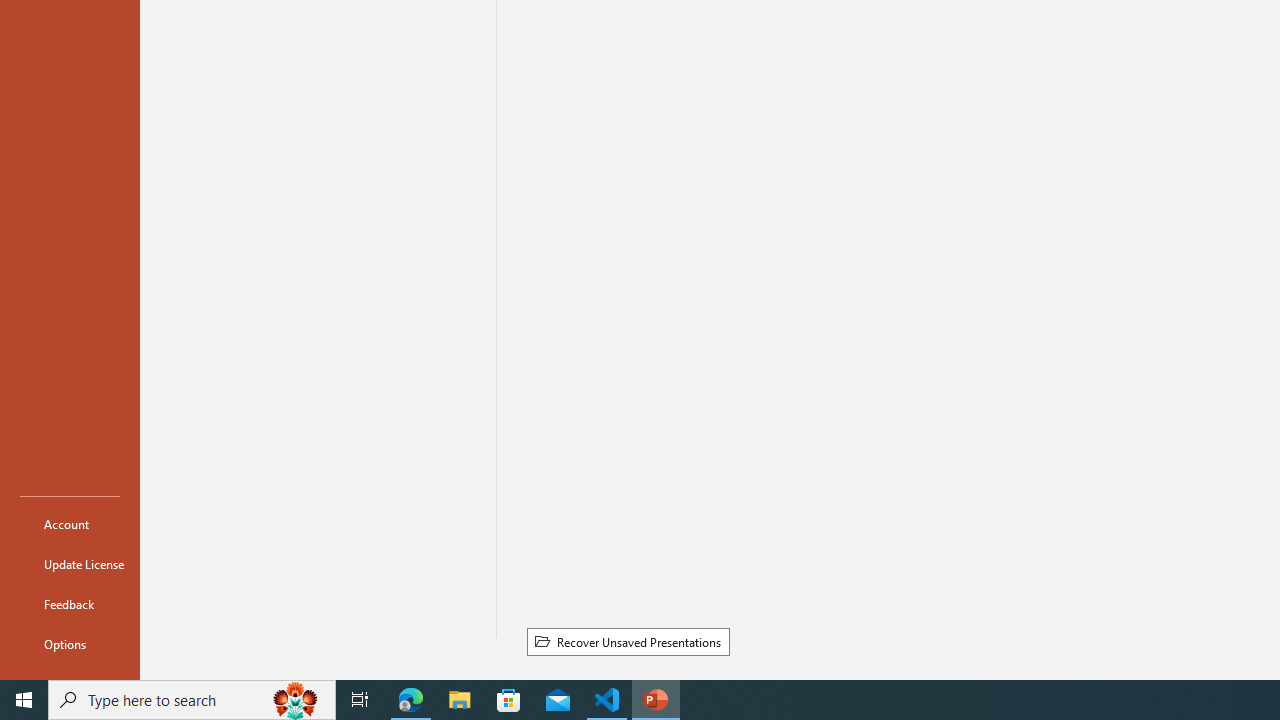  I want to click on 'Options', so click(69, 644).